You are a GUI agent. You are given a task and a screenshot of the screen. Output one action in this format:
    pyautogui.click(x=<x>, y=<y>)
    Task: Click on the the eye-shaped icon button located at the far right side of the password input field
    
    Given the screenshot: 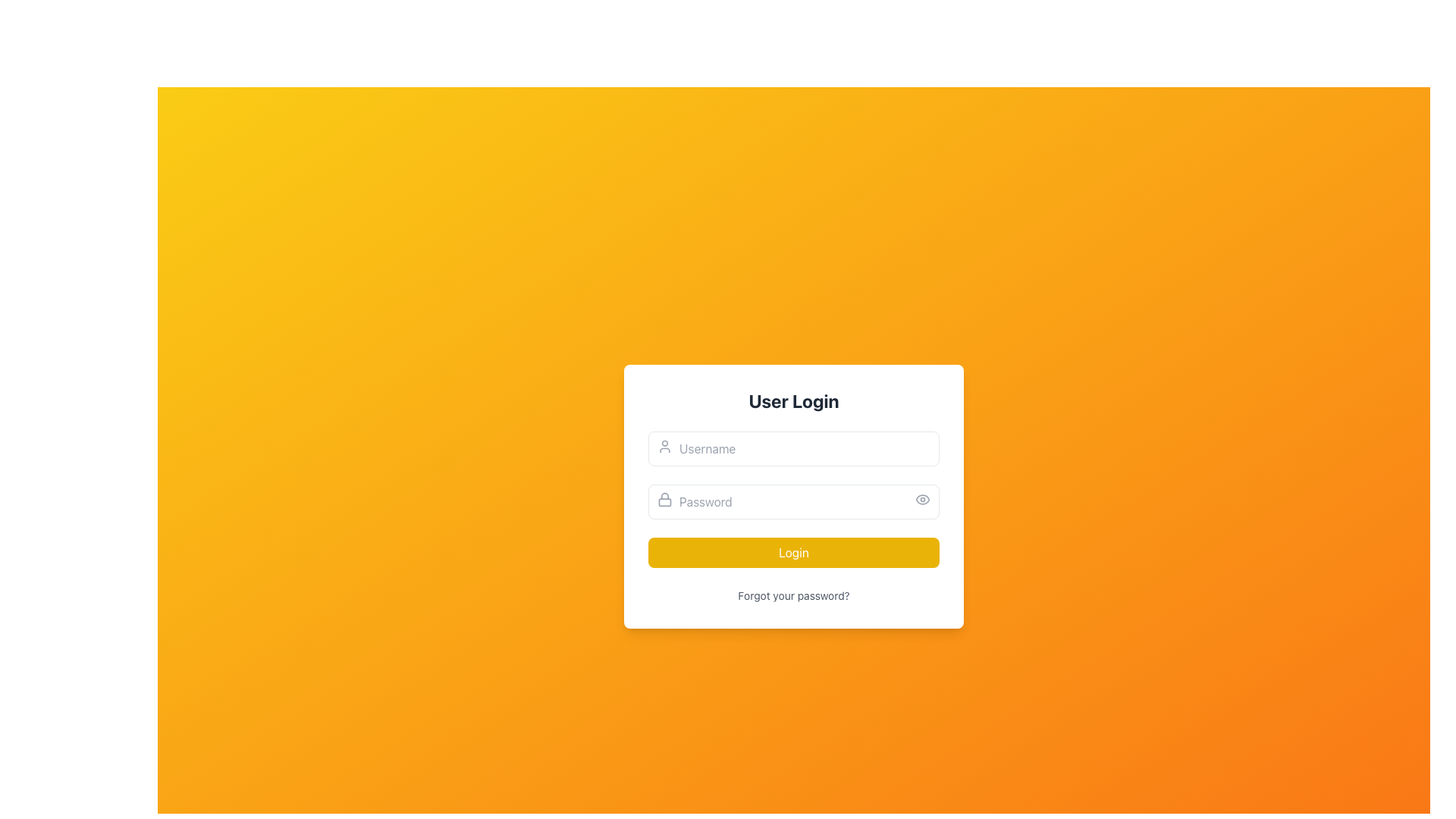 What is the action you would take?
    pyautogui.click(x=922, y=500)
    